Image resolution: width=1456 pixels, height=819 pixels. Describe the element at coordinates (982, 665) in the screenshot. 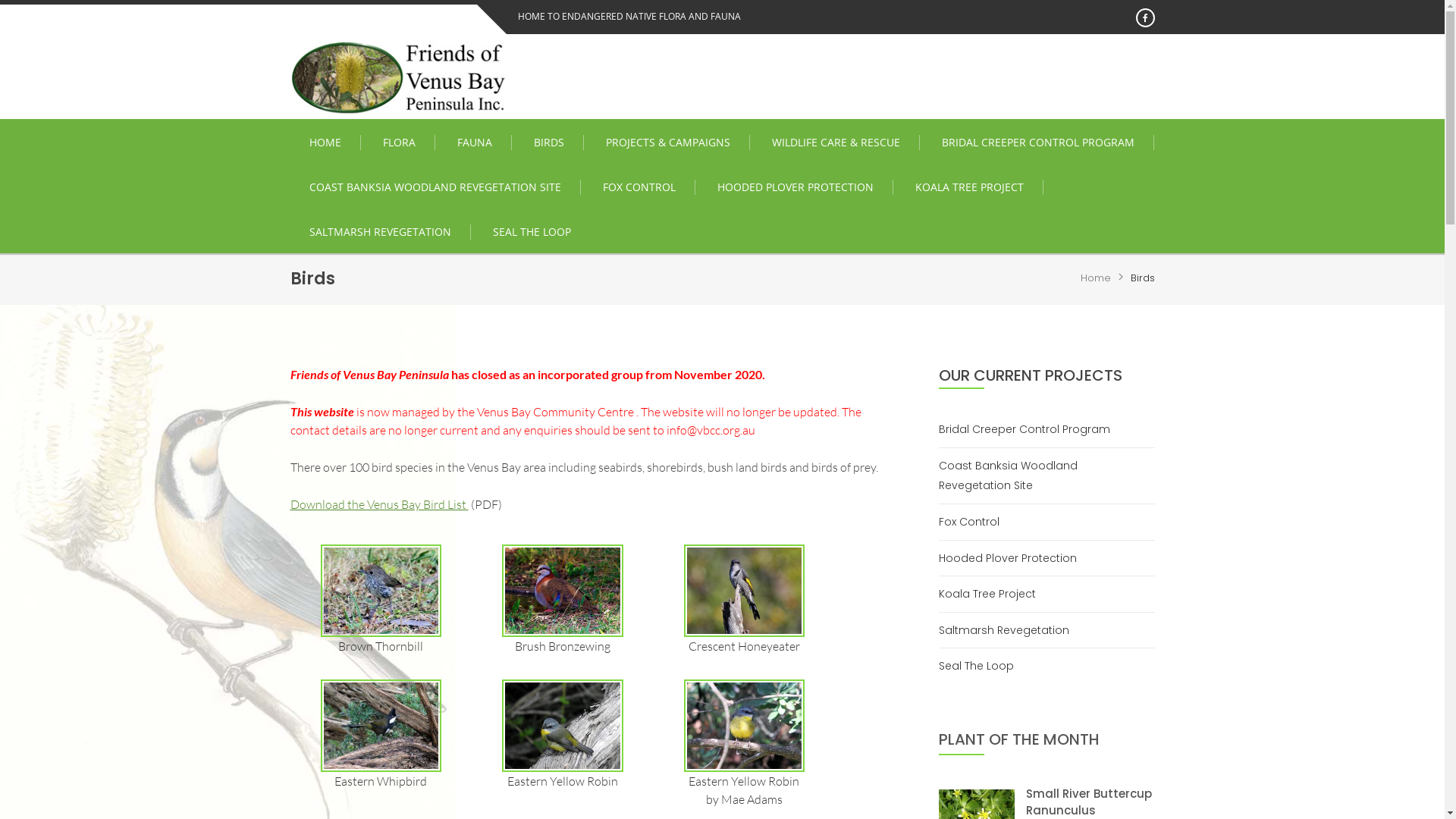

I see `'Seal The Loop'` at that location.